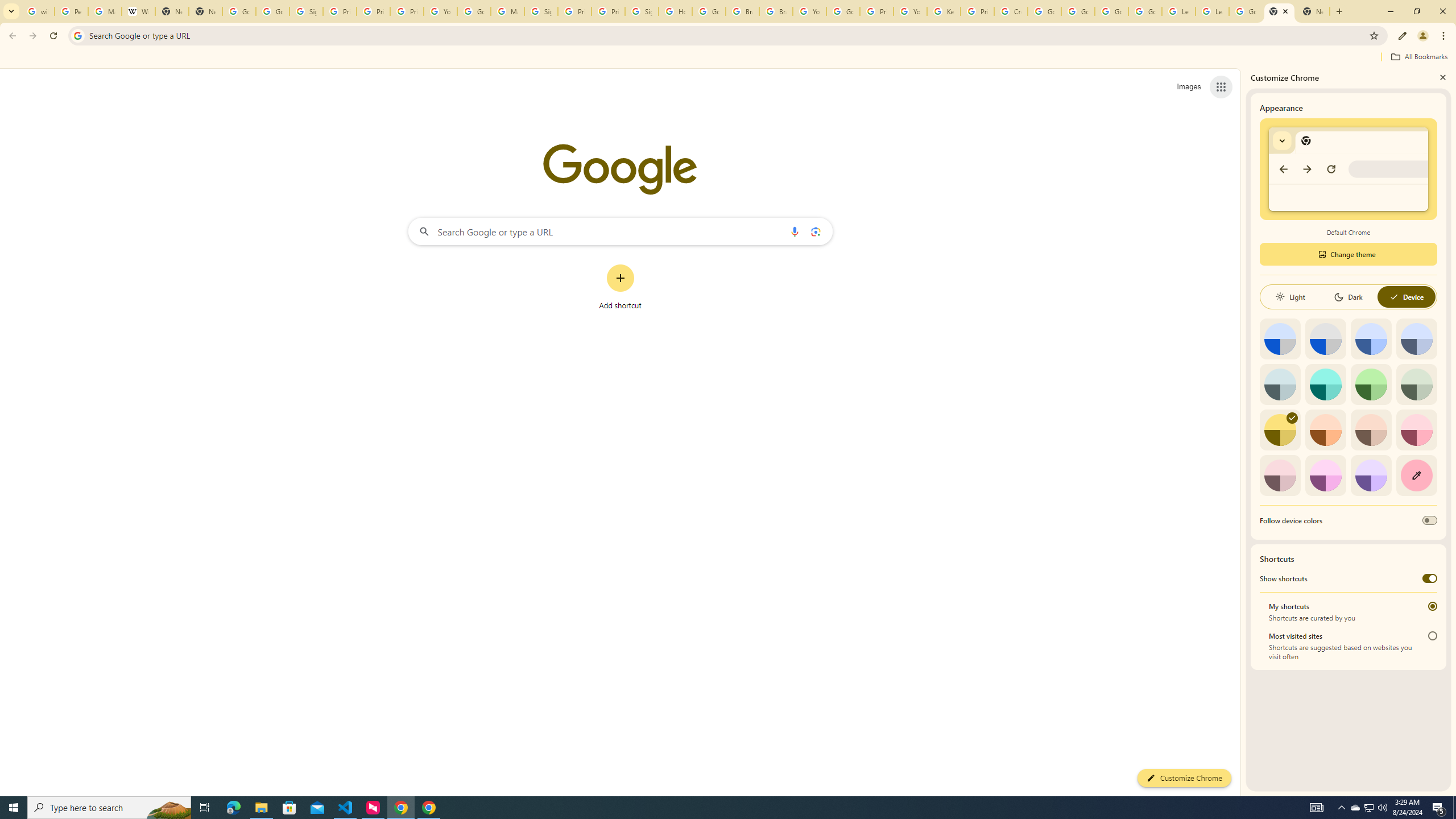 The width and height of the screenshot is (1456, 819). I want to click on 'Rose', so click(1416, 429).